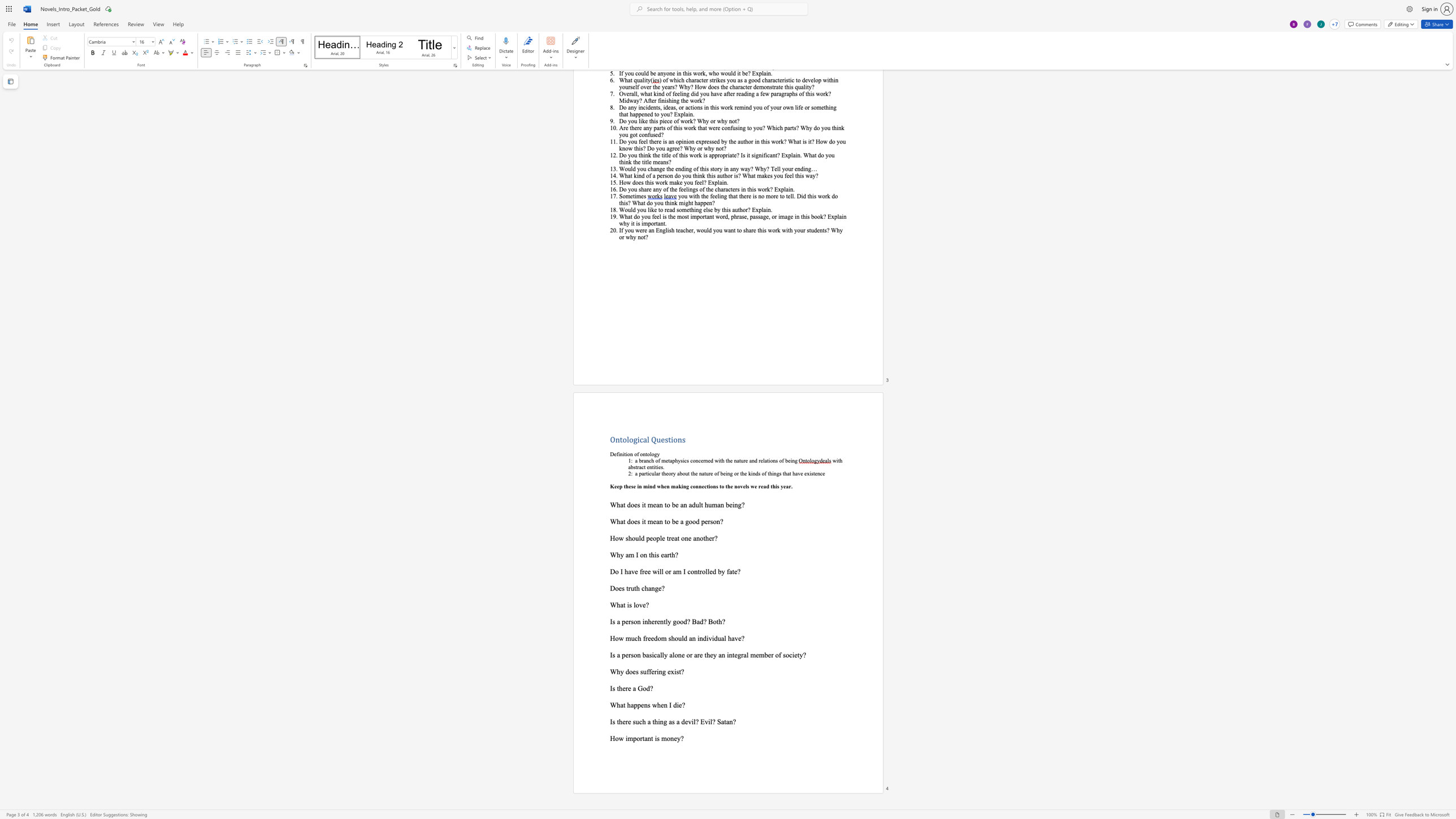  Describe the element at coordinates (656, 453) in the screenshot. I see `the space between the continuous character "g" and "y" in the text` at that location.